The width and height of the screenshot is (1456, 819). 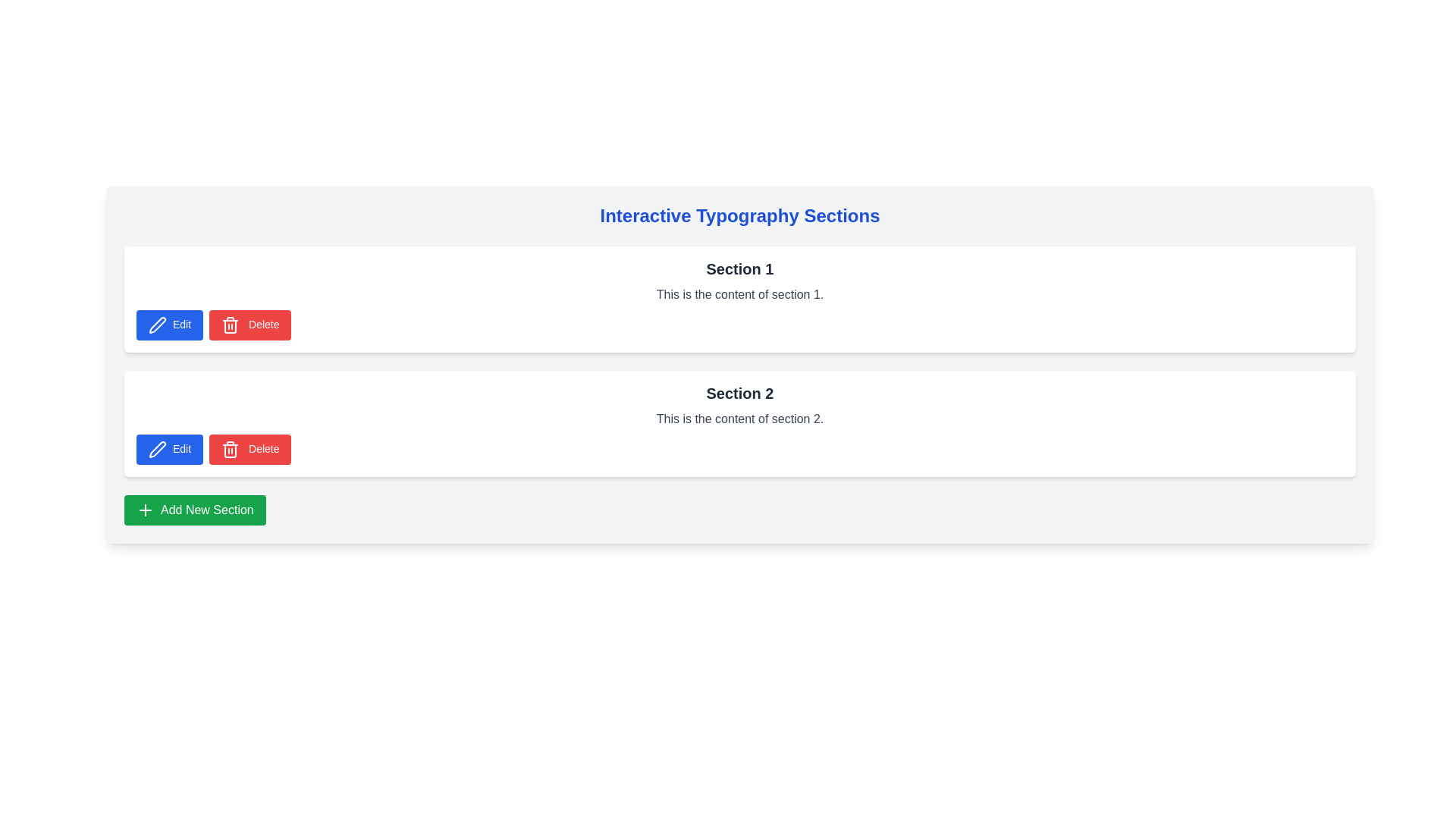 I want to click on the edit icon located within the blue 'Edit' button in the first section of the content layout, so click(x=156, y=324).